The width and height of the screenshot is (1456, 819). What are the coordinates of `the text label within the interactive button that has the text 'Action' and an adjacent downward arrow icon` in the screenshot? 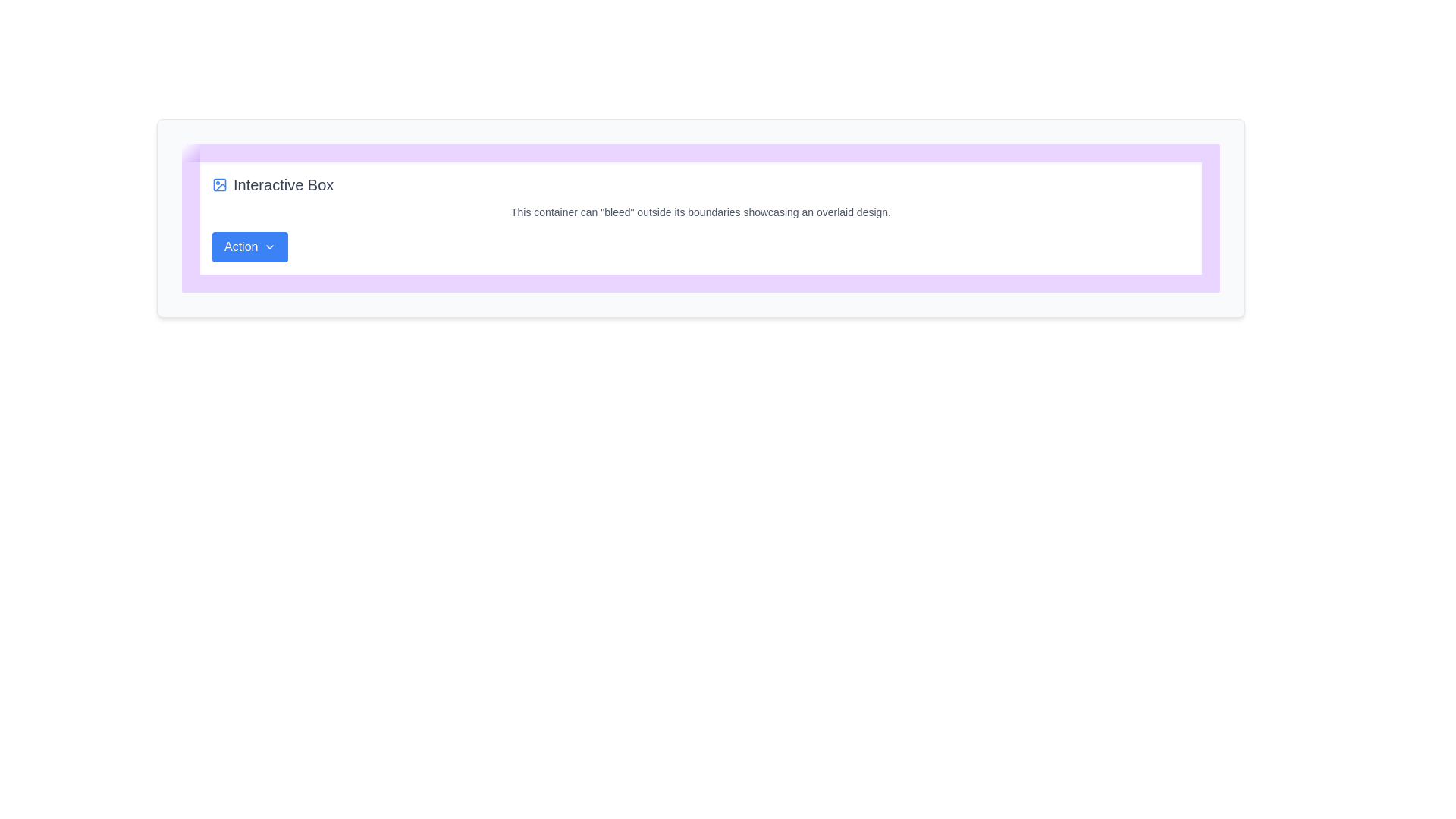 It's located at (240, 246).